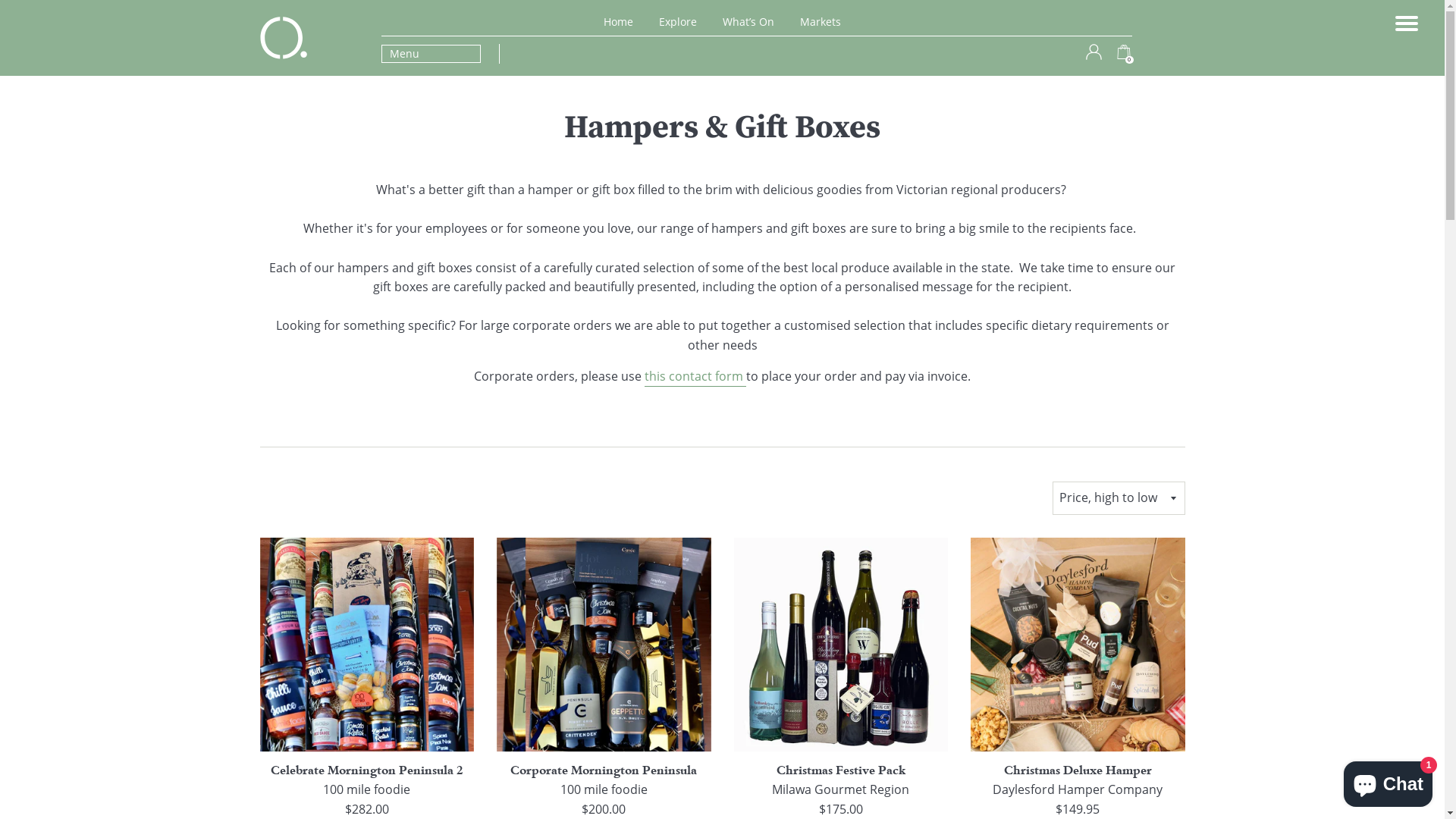 This screenshot has width=1456, height=819. Describe the element at coordinates (1077, 769) in the screenshot. I see `'Christmas Deluxe Hamper'` at that location.